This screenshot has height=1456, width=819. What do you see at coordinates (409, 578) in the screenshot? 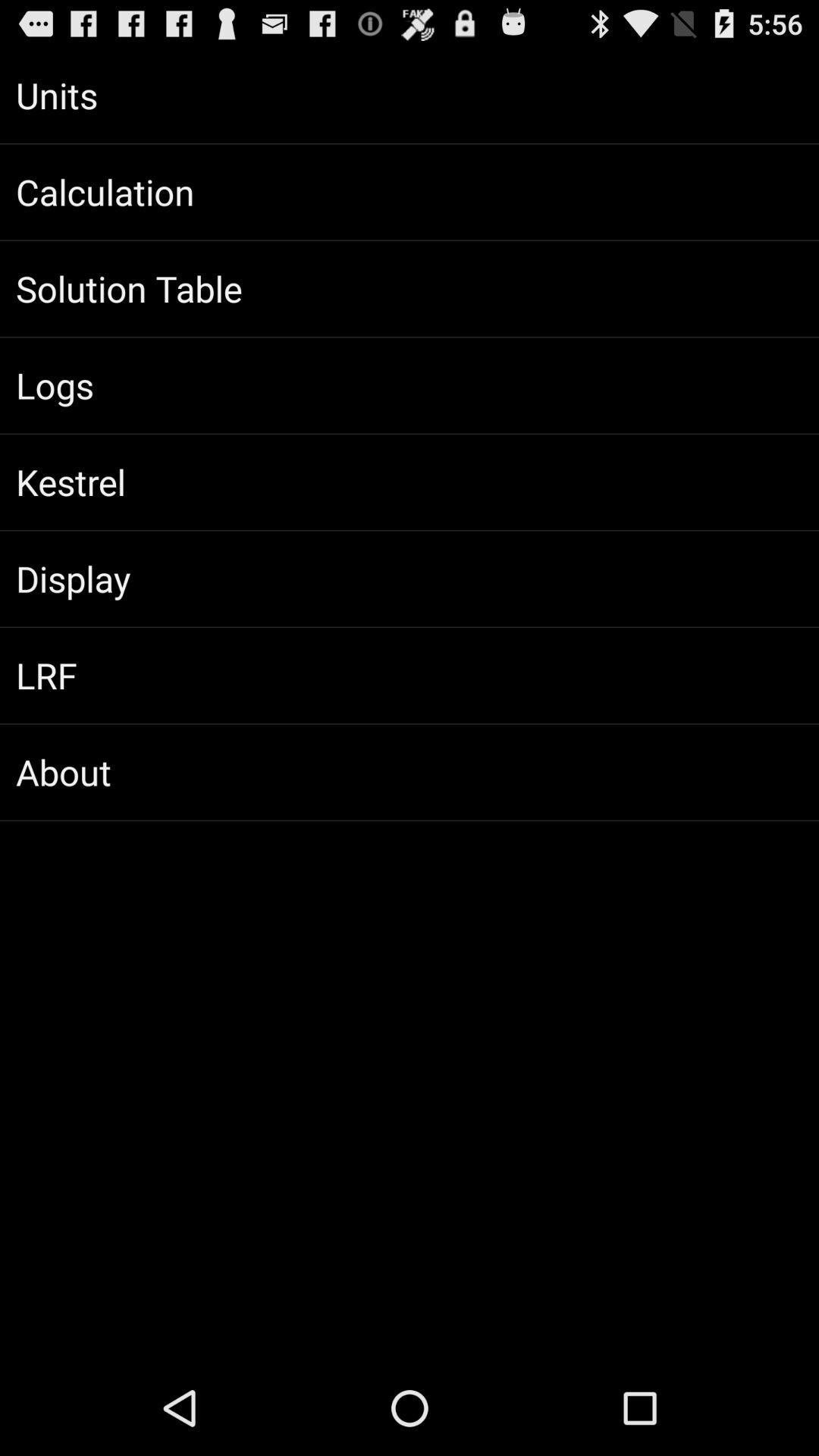
I see `display` at bounding box center [409, 578].